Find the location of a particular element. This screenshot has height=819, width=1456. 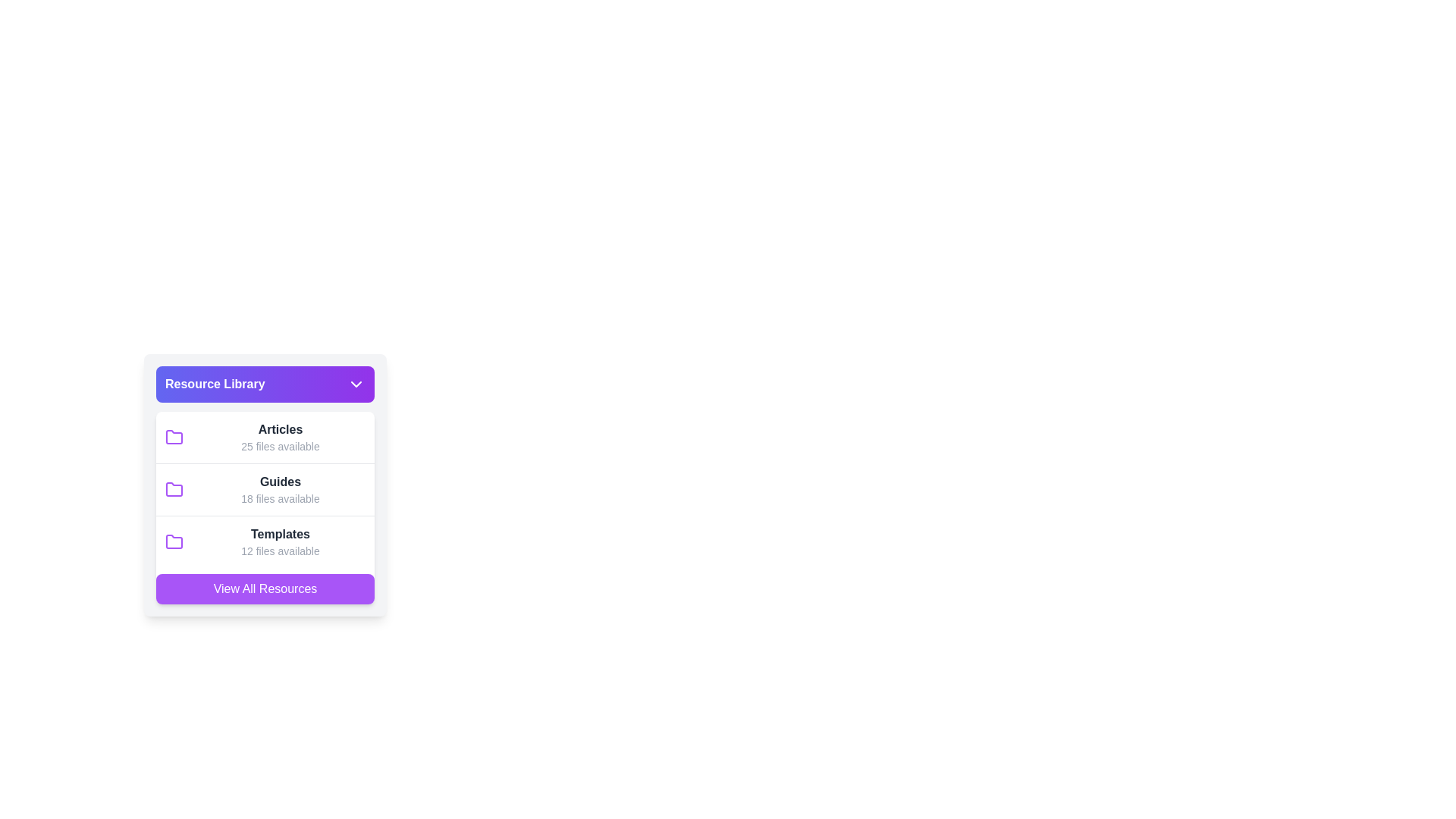

the descriptive label for the 'Articles' section located under the heading 'Resource Library', positioned above the '25 files available' sublabel and next to the folder icon is located at coordinates (280, 430).